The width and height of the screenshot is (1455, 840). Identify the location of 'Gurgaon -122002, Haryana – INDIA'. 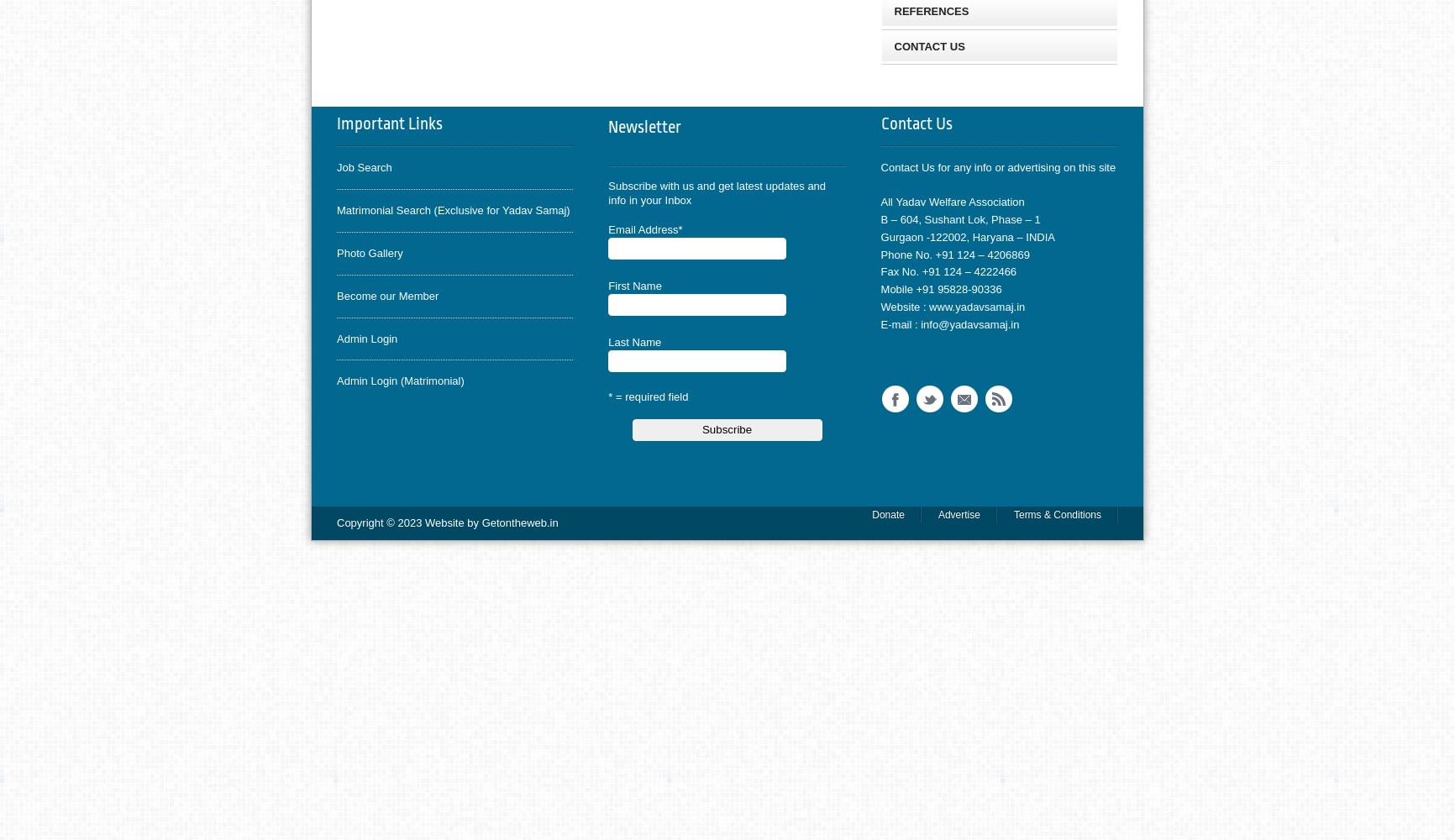
(966, 236).